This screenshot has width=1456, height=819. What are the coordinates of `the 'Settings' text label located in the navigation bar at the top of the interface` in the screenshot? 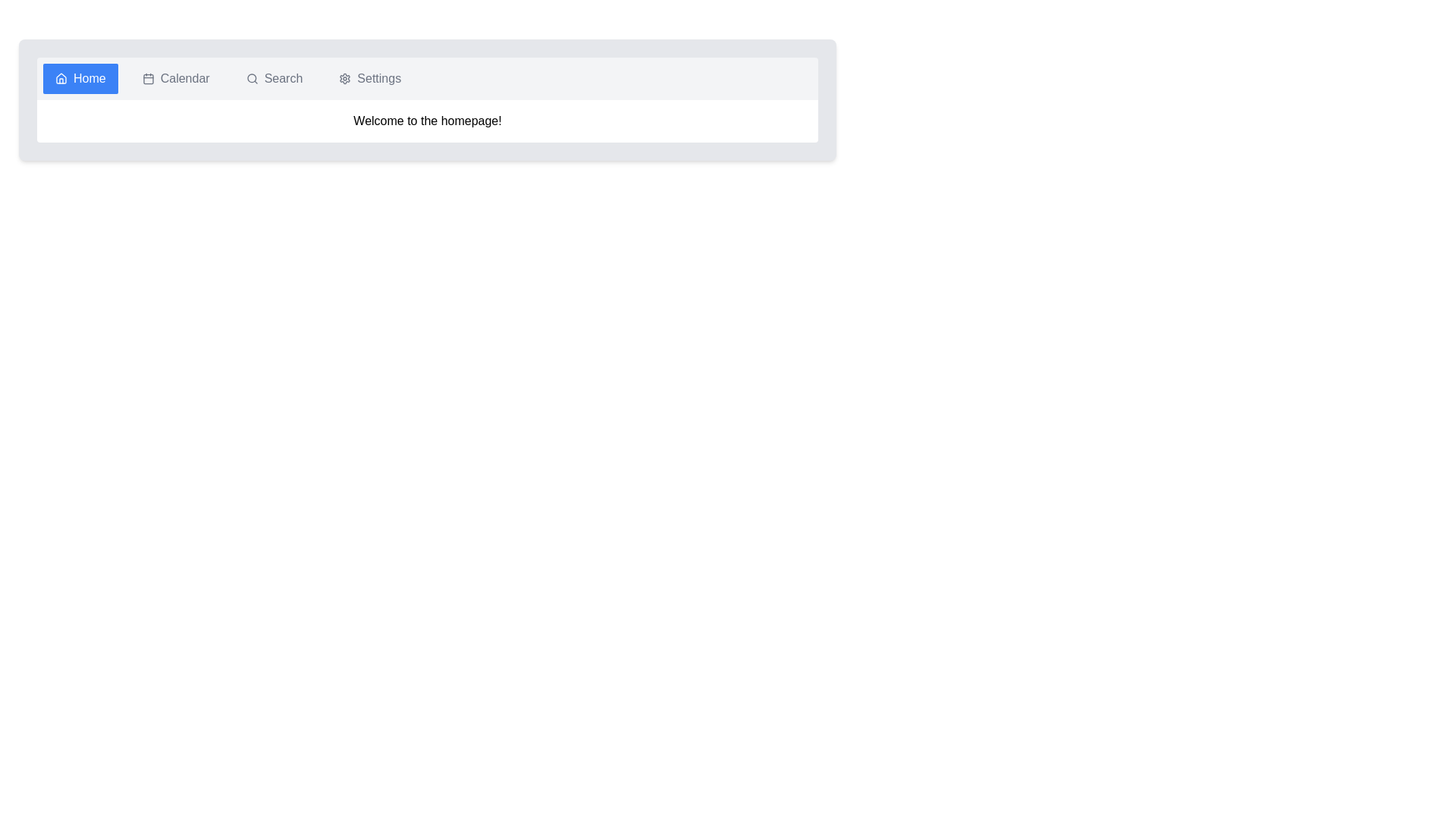 It's located at (378, 79).